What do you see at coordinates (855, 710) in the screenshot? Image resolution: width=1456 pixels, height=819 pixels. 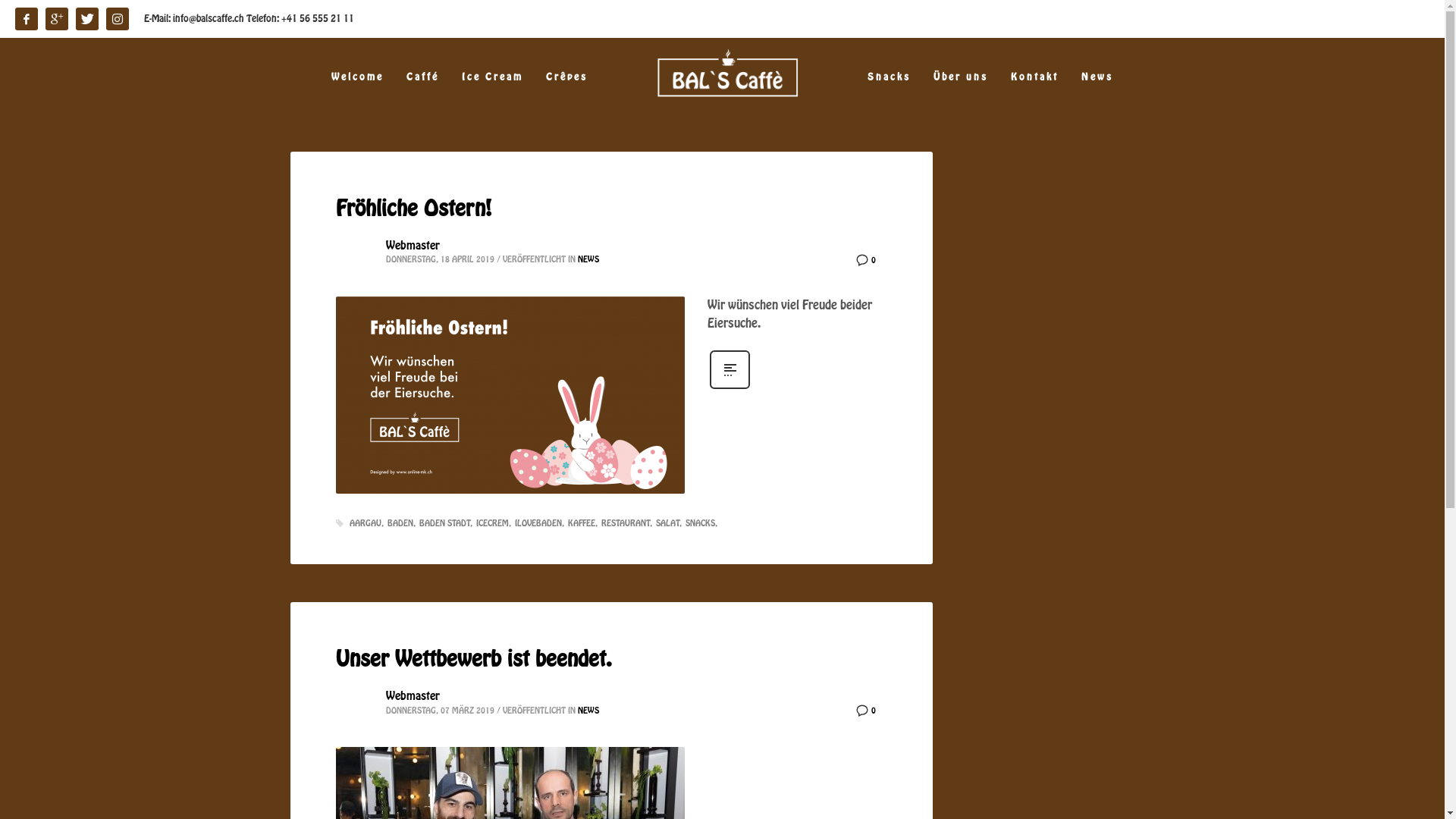 I see `'0'` at bounding box center [855, 710].